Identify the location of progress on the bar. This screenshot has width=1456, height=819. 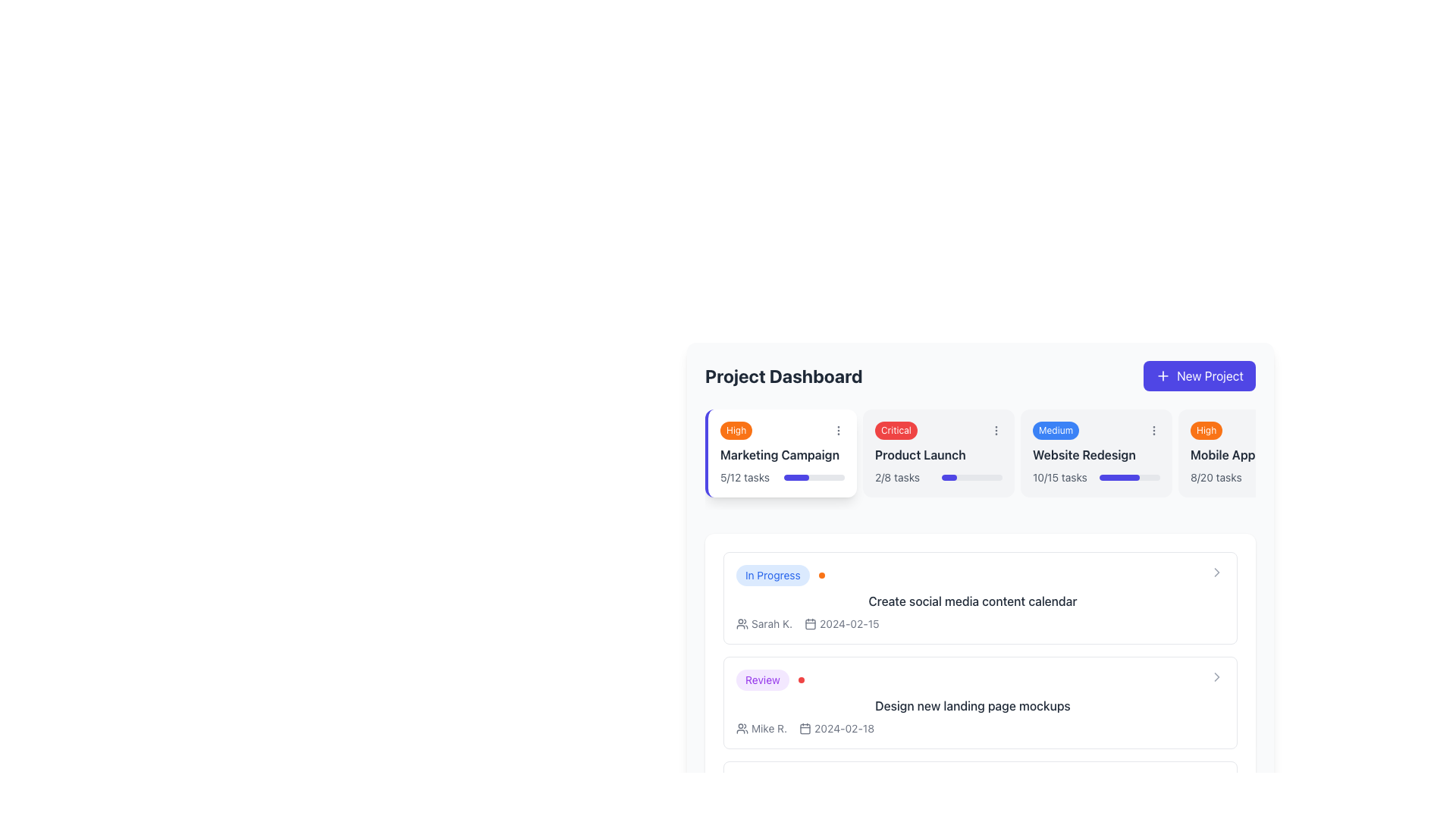
(824, 476).